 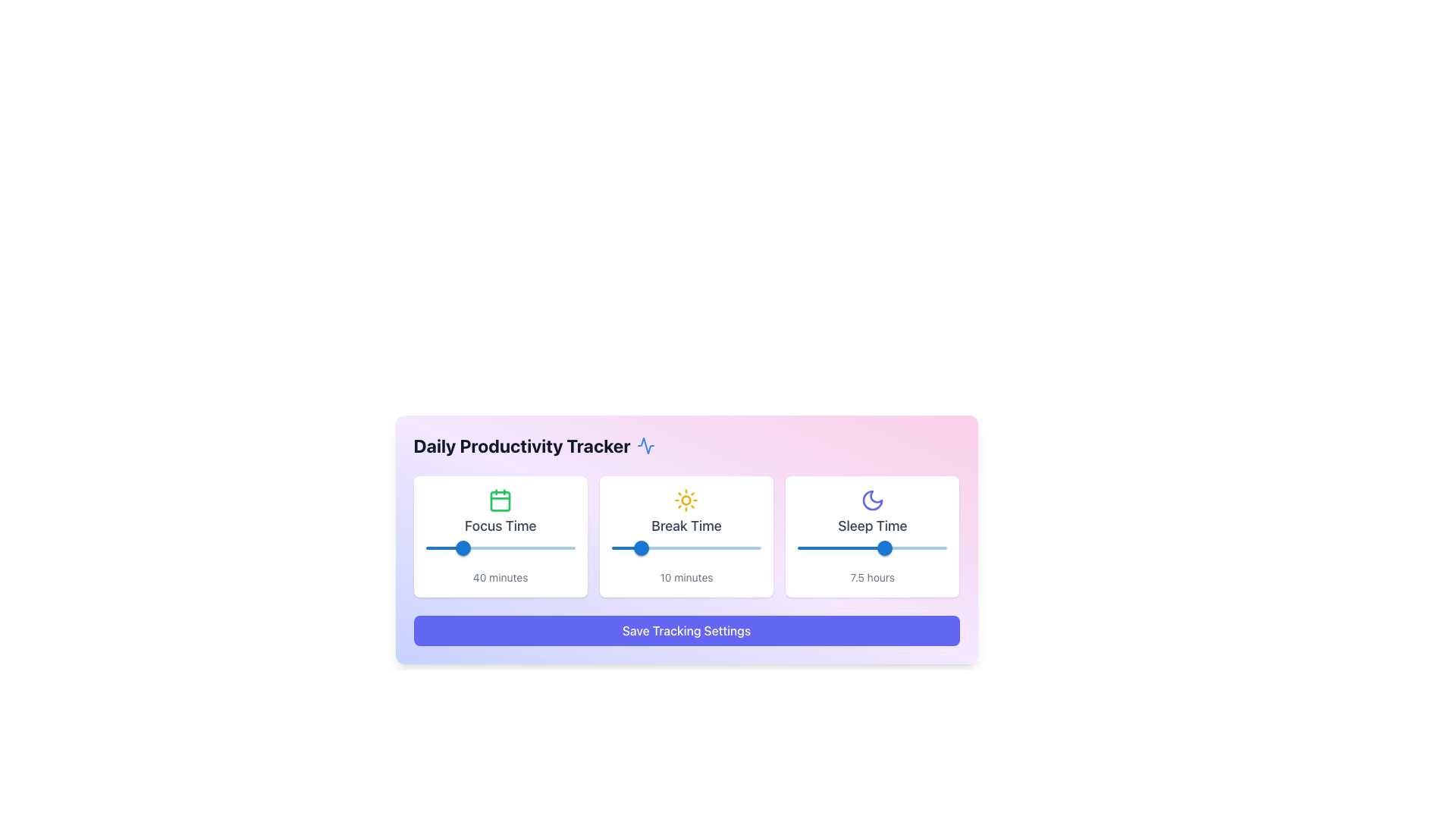 What do you see at coordinates (686, 631) in the screenshot?
I see `the 'Save Tracking Settings' button, which is a rectangular button with a blue background and white text located at the bottom of the 'Daily Productivity Tracker' card` at bounding box center [686, 631].